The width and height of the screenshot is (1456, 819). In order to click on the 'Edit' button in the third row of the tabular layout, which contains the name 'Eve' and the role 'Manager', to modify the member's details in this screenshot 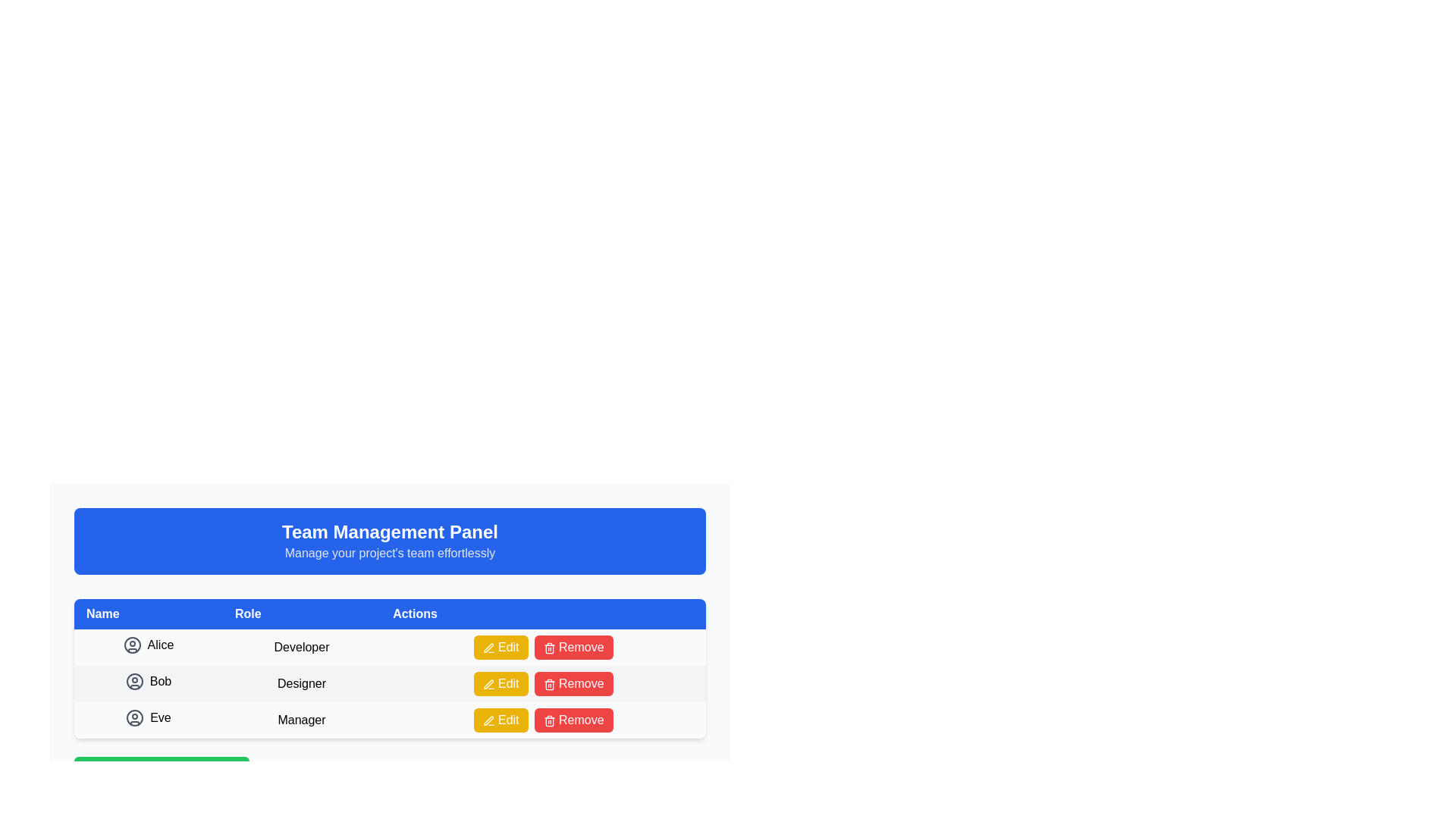, I will do `click(390, 719)`.